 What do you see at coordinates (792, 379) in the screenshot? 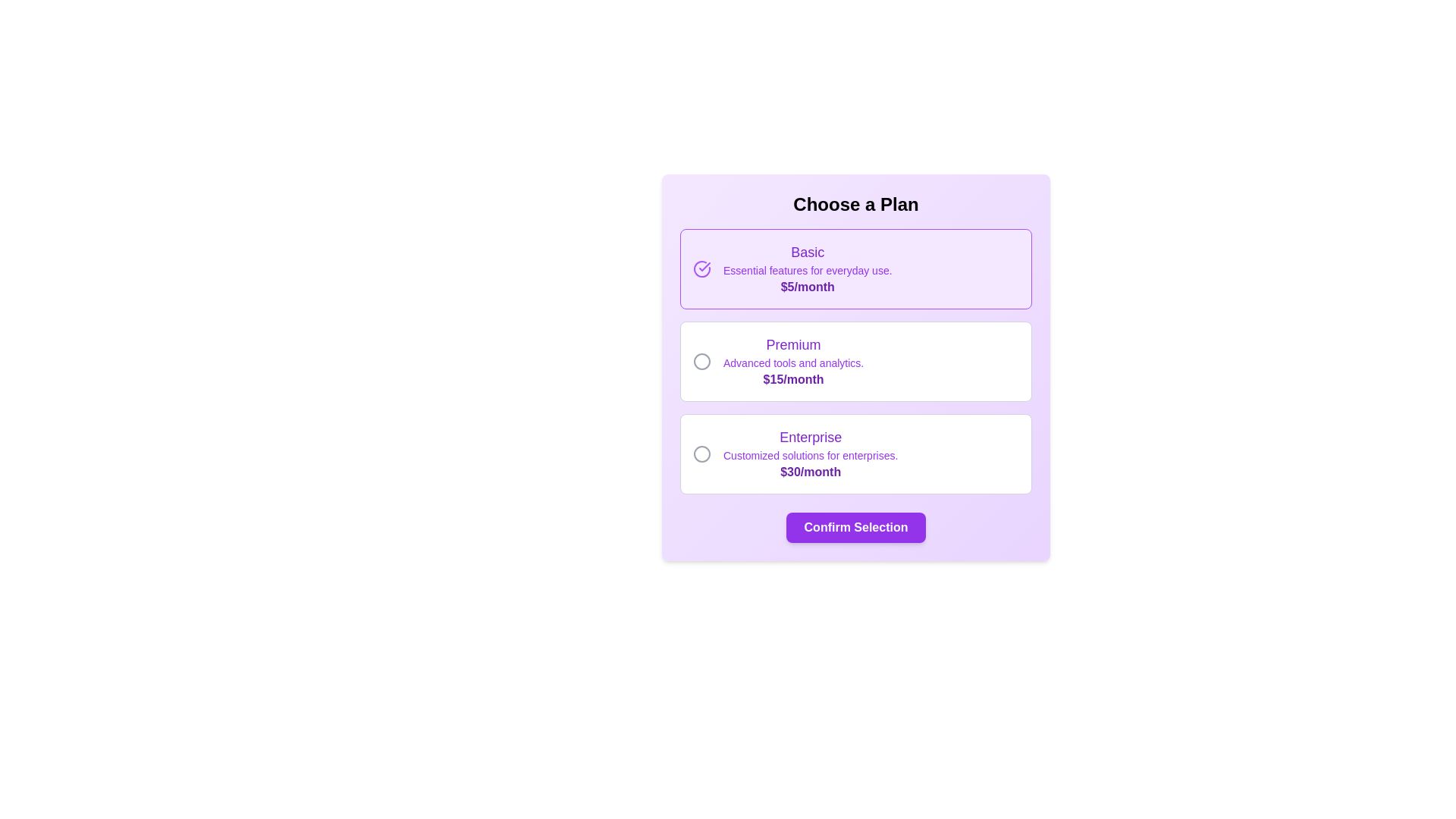
I see `text label displaying the price '$15/month' which is bold, medium-sized, and purple, located between the text 'Advanced tools and analytics.' and the 'Premium' subscription radio button` at bounding box center [792, 379].